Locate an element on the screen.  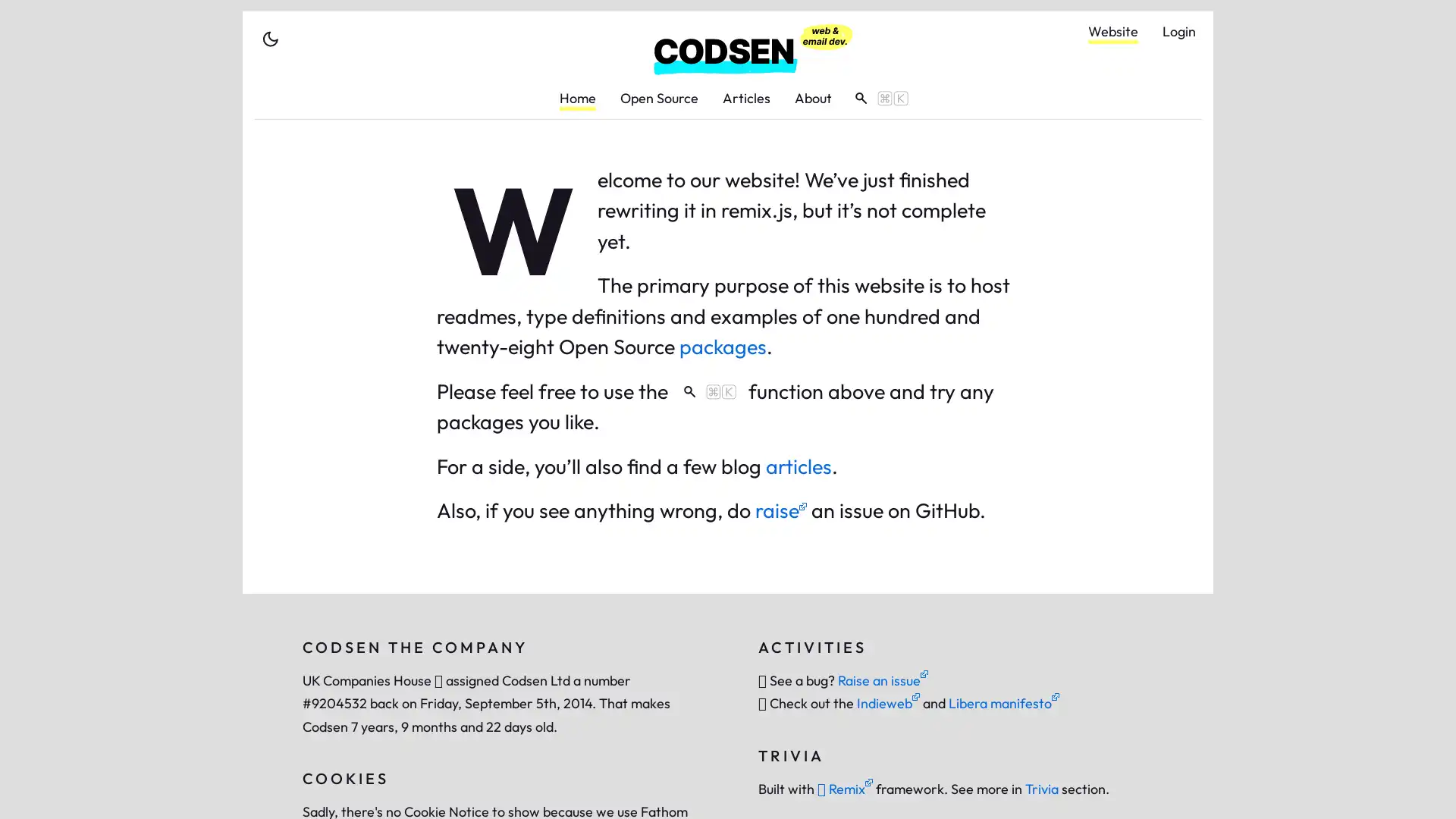
Toggle search is located at coordinates (876, 97).